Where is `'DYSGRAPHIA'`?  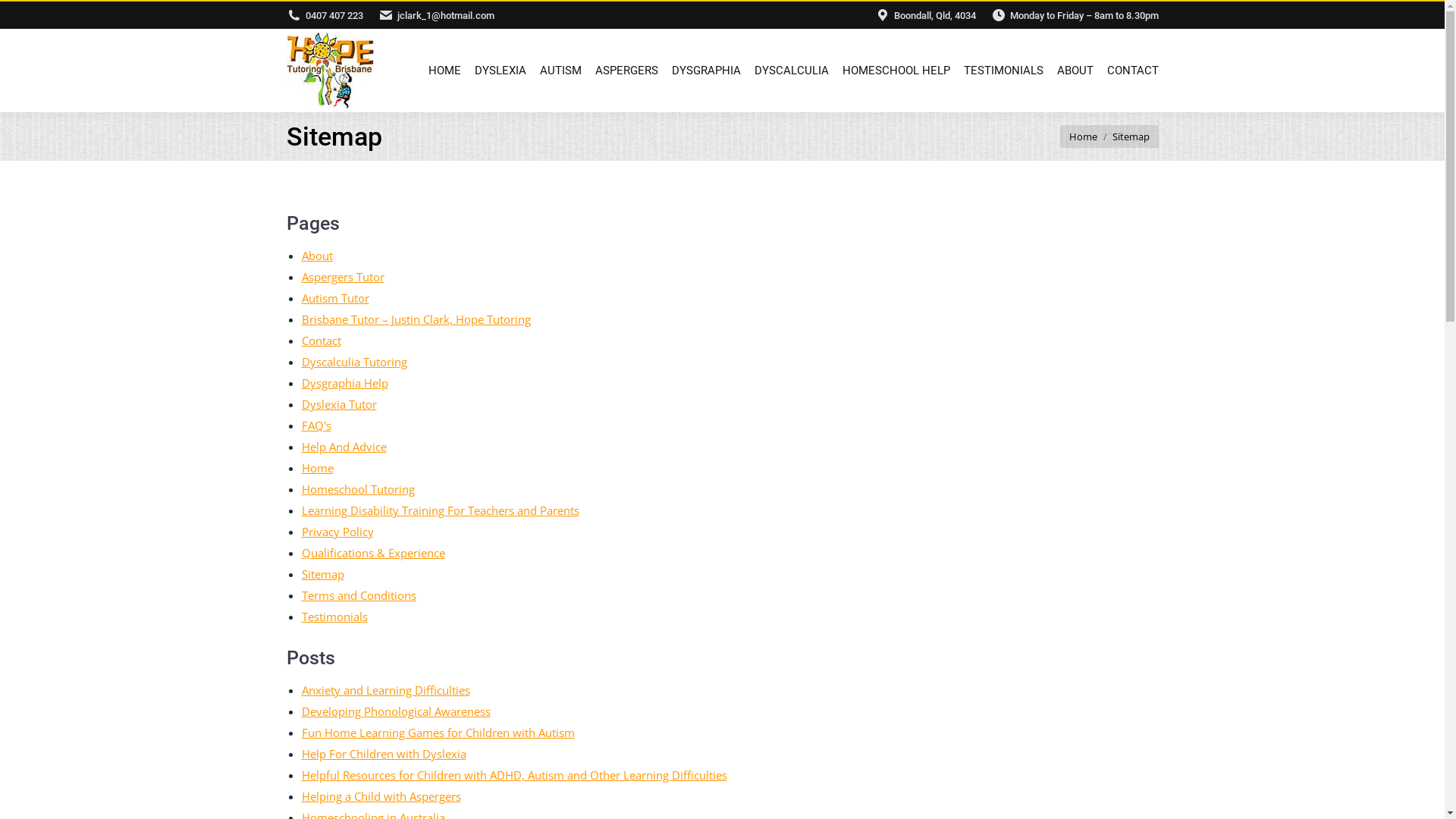 'DYSGRAPHIA' is located at coordinates (702, 70).